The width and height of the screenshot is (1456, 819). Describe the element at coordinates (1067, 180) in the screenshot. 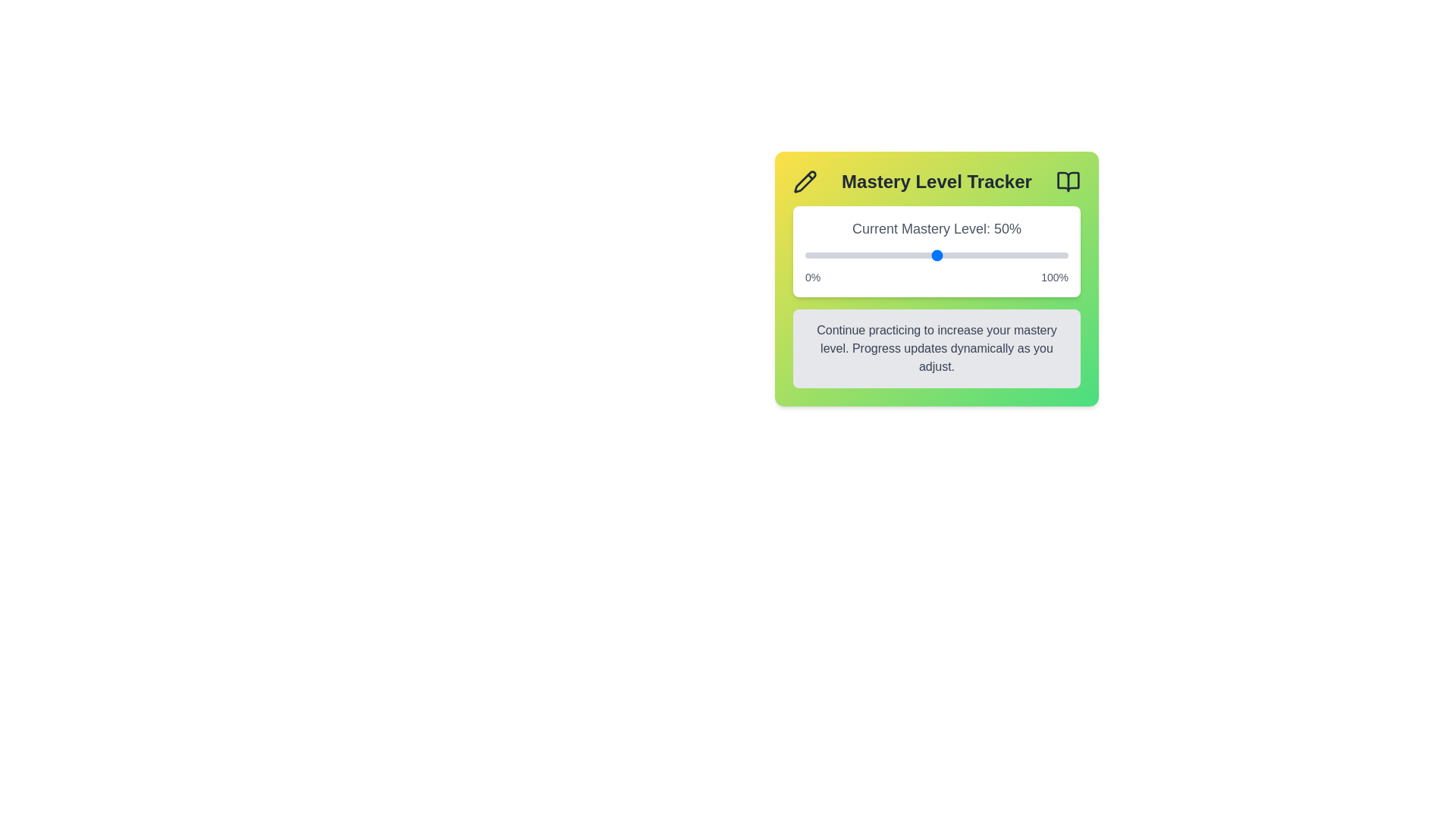

I see `the book icon to access additional information or resources` at that location.